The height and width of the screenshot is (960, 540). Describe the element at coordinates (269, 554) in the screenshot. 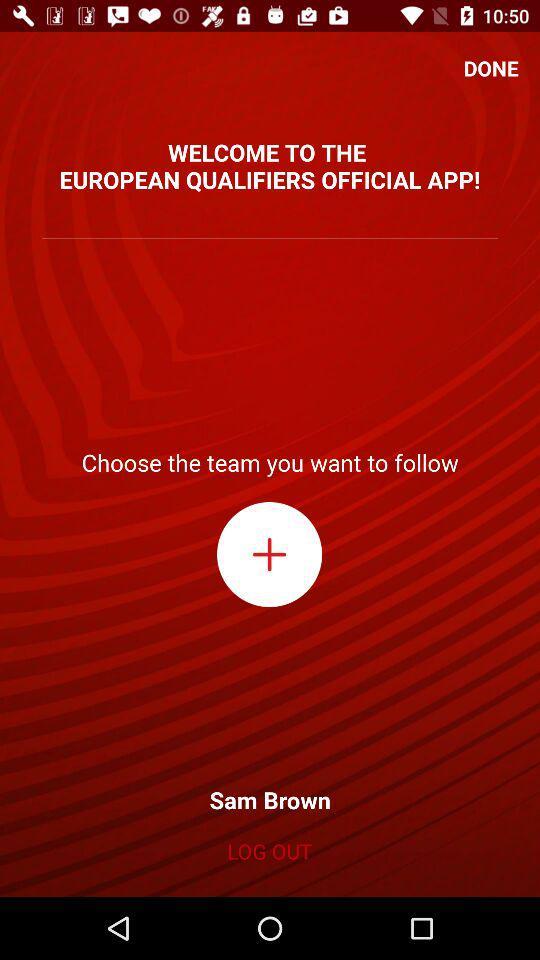

I see `choose a team to follow` at that location.